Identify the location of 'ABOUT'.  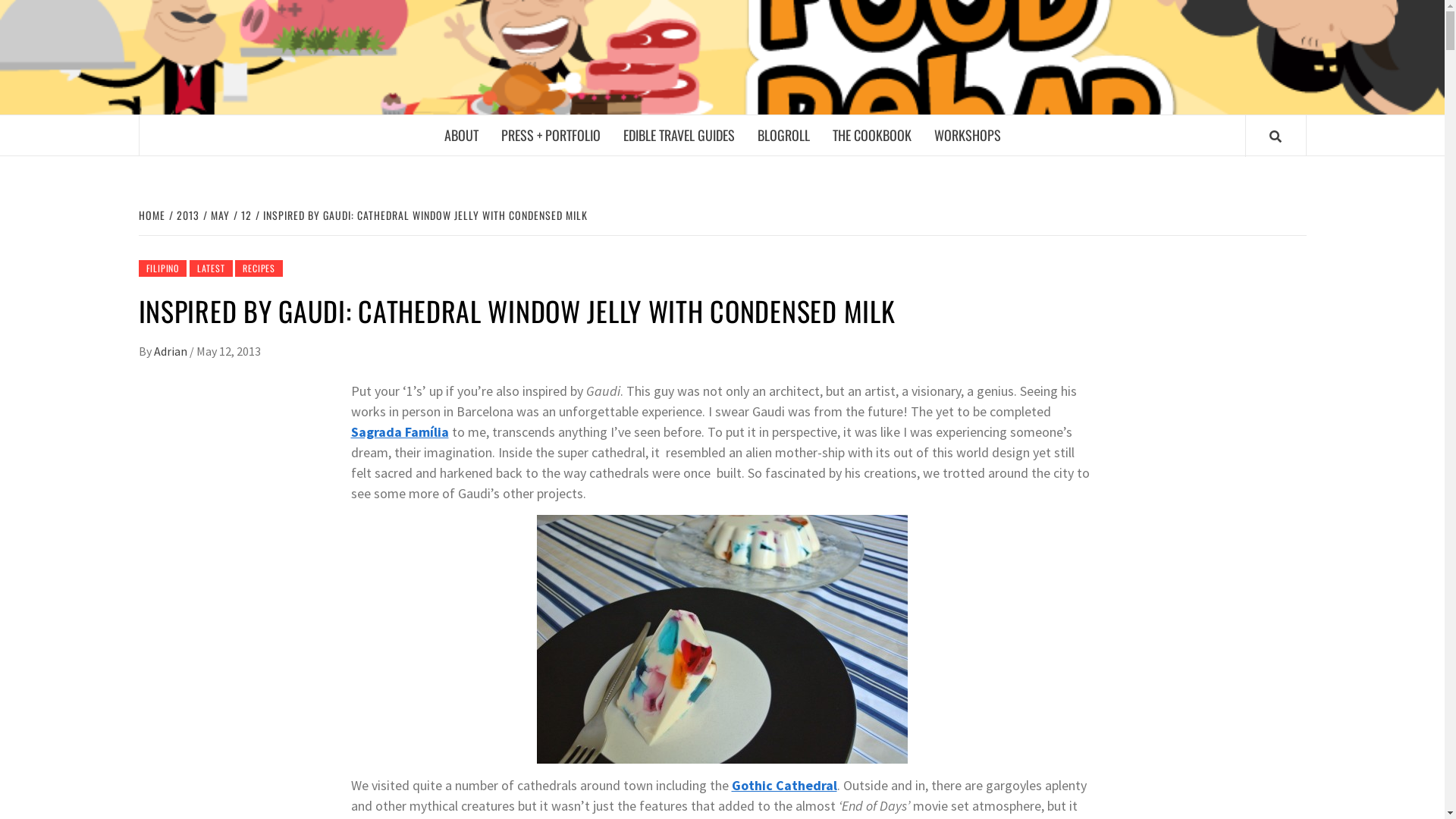
(460, 134).